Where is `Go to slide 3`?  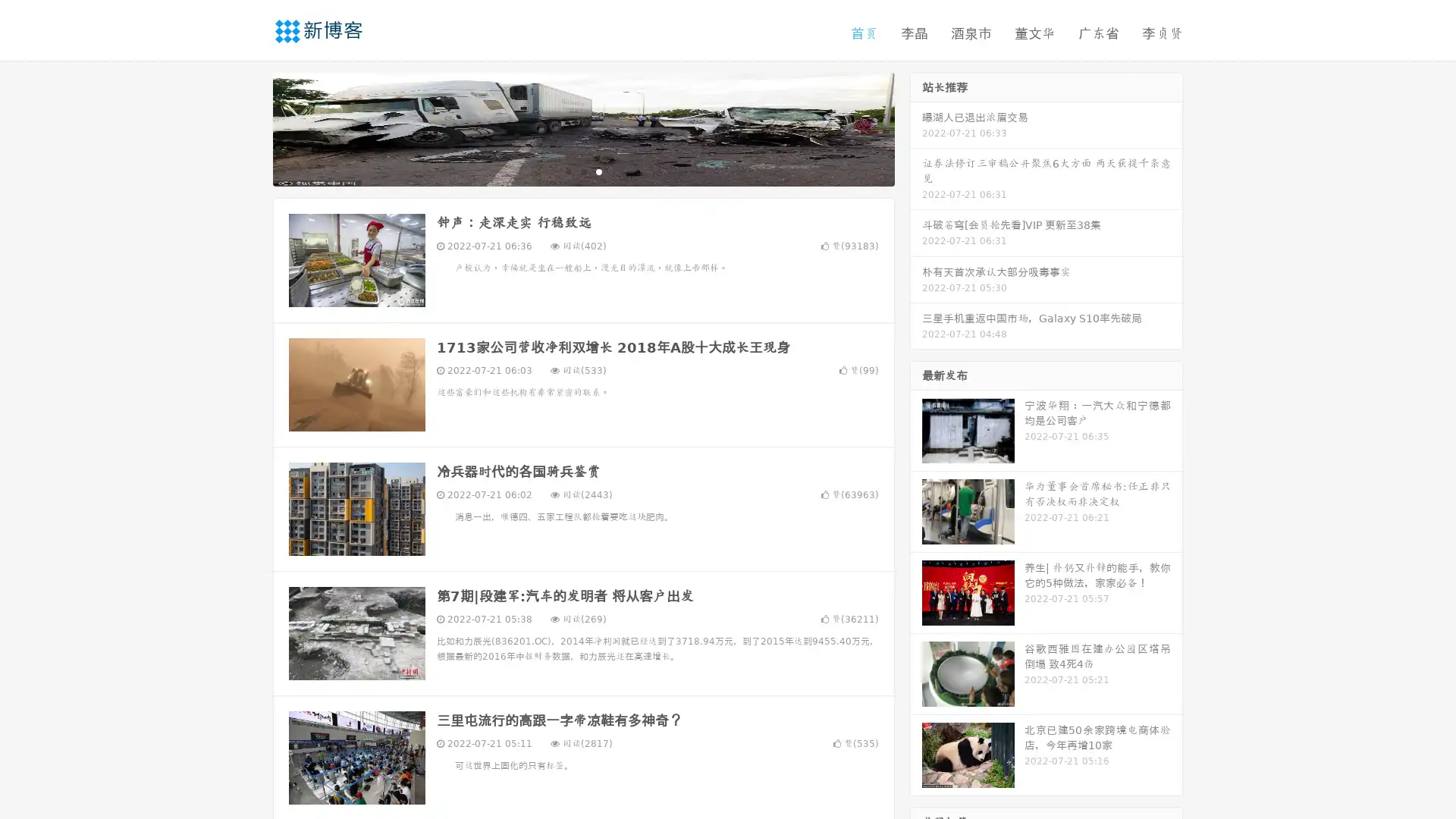
Go to slide 3 is located at coordinates (598, 171).